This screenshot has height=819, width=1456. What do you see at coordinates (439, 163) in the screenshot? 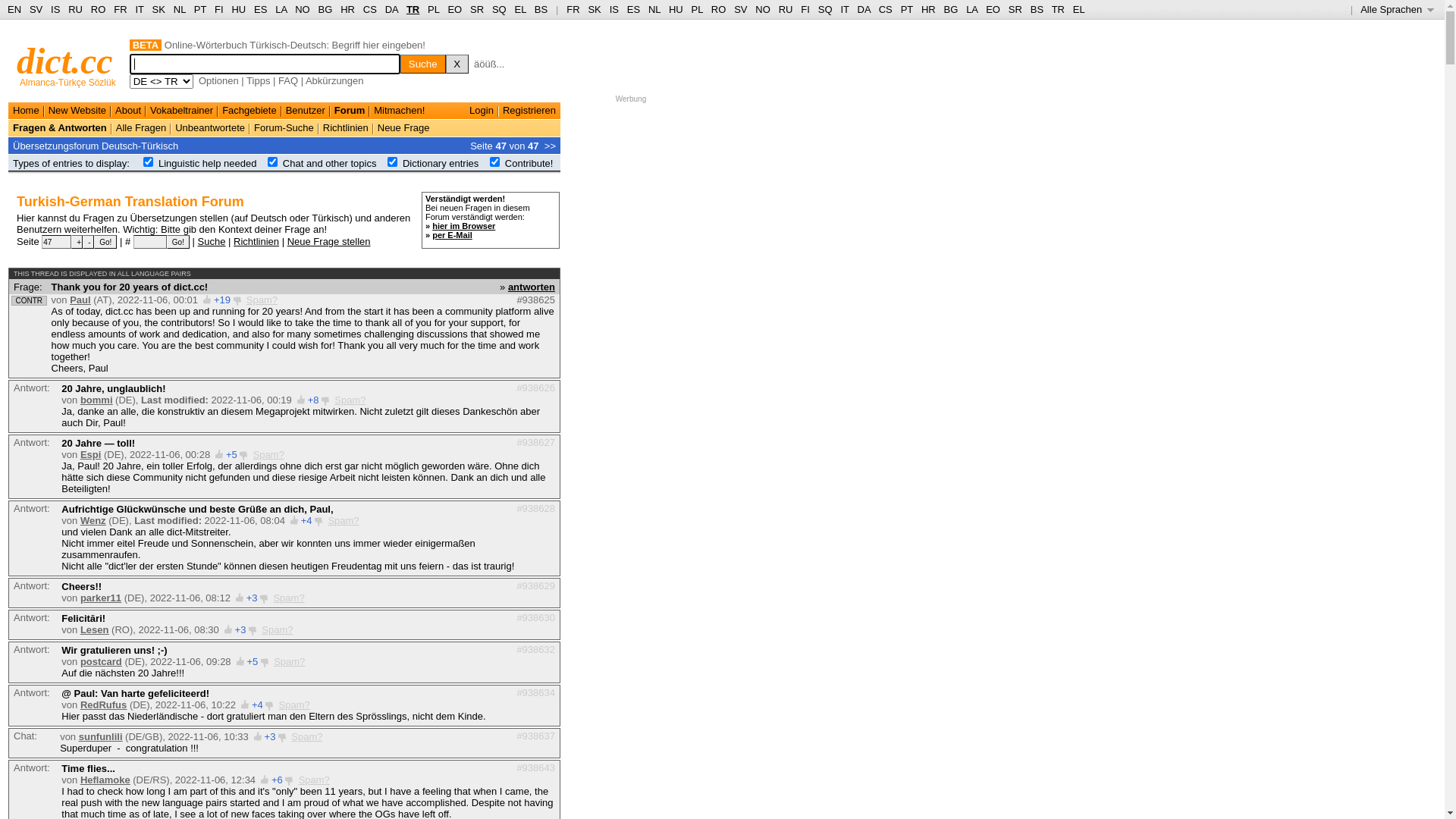
I see `'Dictionary entries'` at bounding box center [439, 163].